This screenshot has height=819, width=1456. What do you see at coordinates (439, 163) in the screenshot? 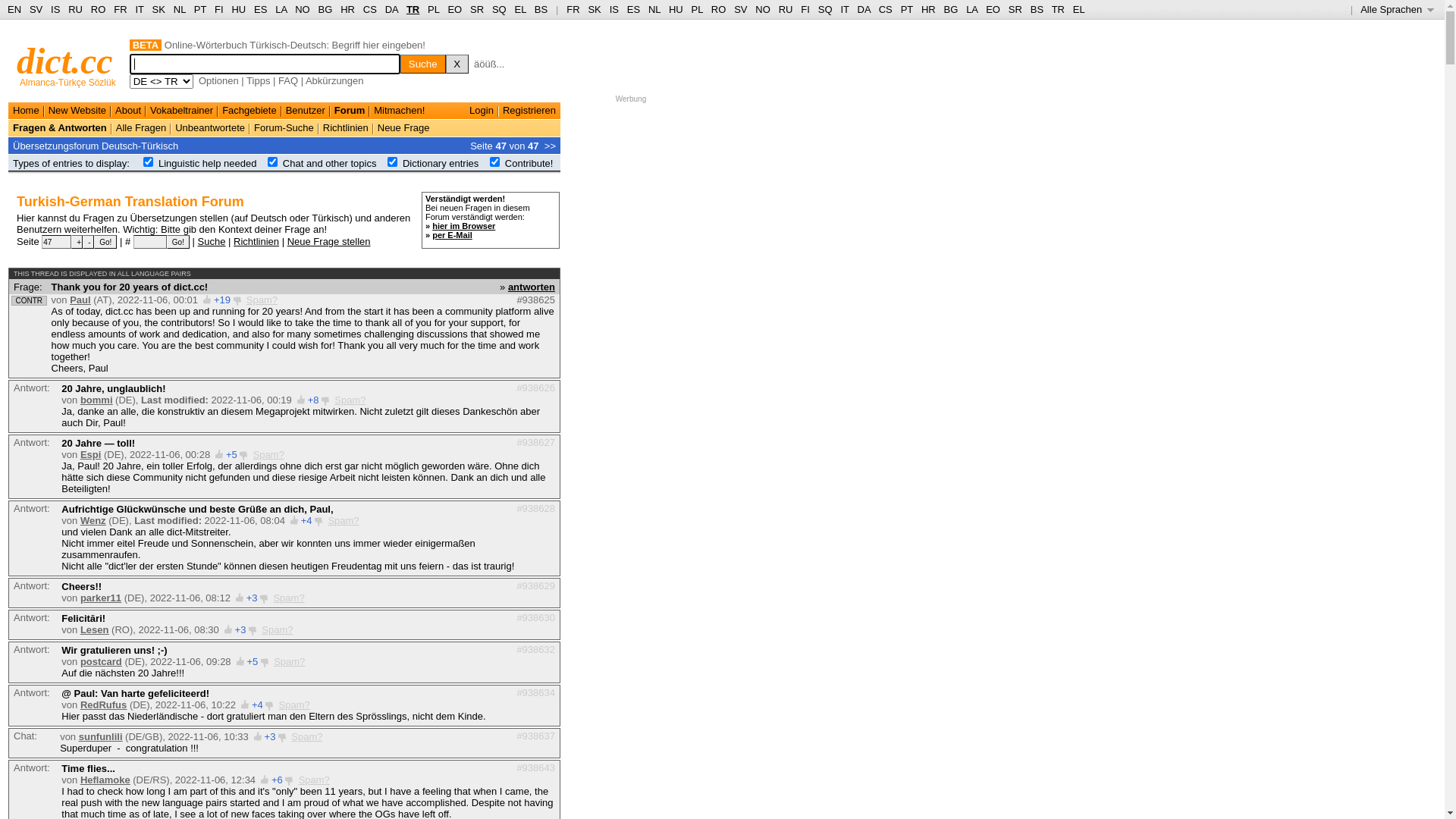
I see `'Dictionary entries'` at bounding box center [439, 163].